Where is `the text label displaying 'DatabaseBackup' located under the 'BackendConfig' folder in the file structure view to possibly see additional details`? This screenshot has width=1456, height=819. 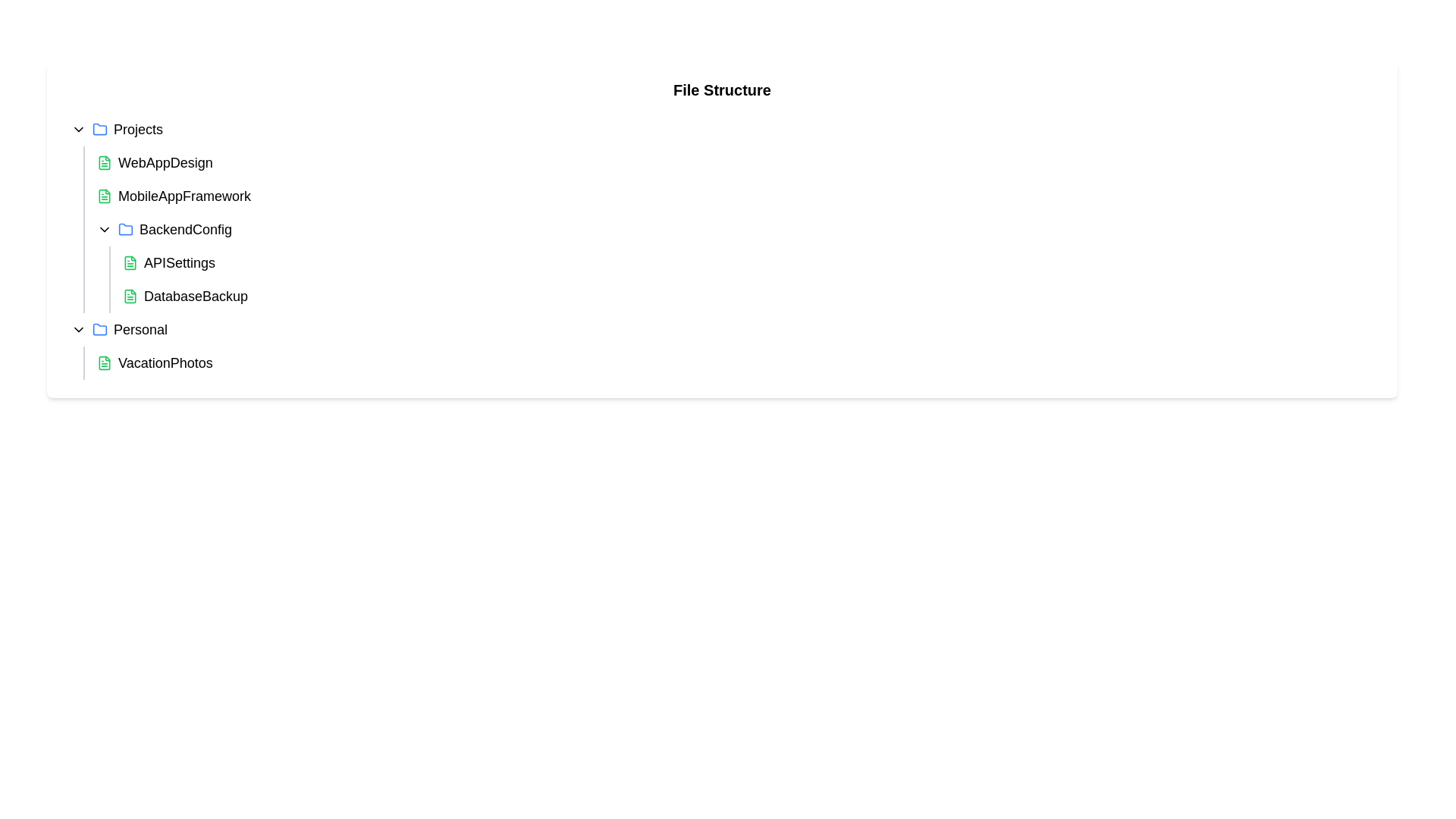
the text label displaying 'DatabaseBackup' located under the 'BackendConfig' folder in the file structure view to possibly see additional details is located at coordinates (195, 296).